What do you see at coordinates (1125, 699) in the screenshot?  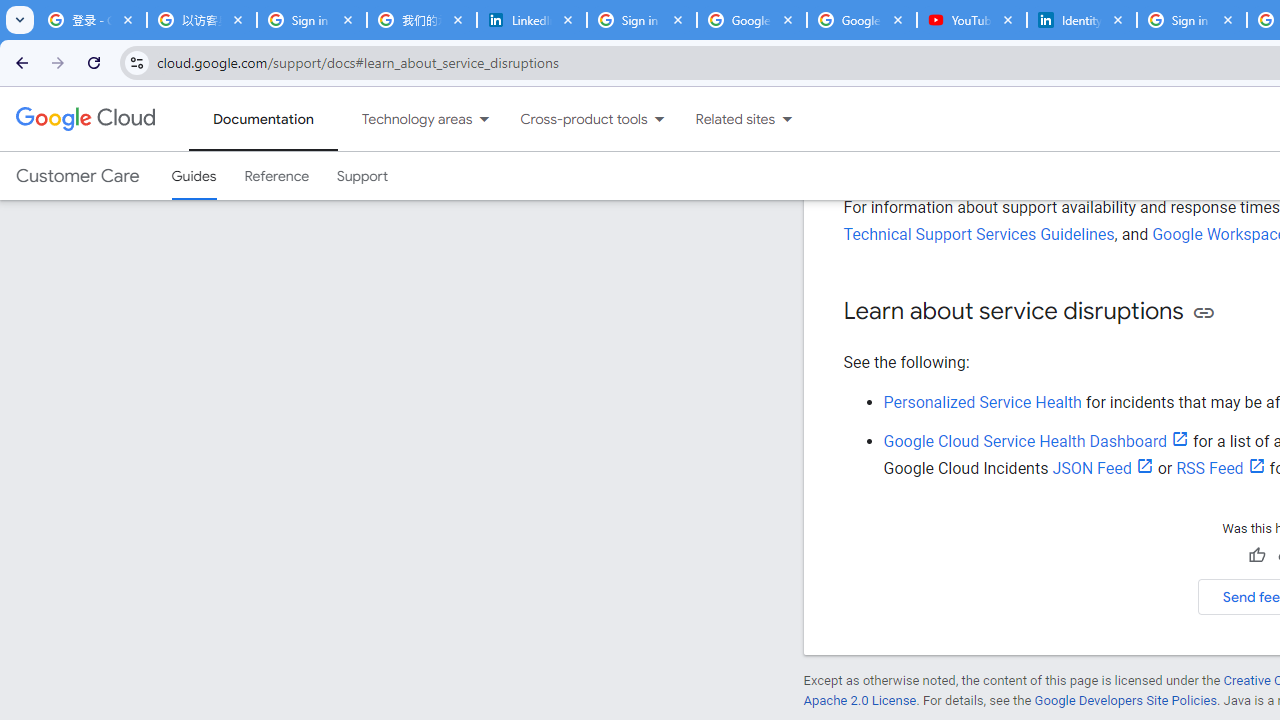 I see `'Google Developers Site Policies'` at bounding box center [1125, 699].